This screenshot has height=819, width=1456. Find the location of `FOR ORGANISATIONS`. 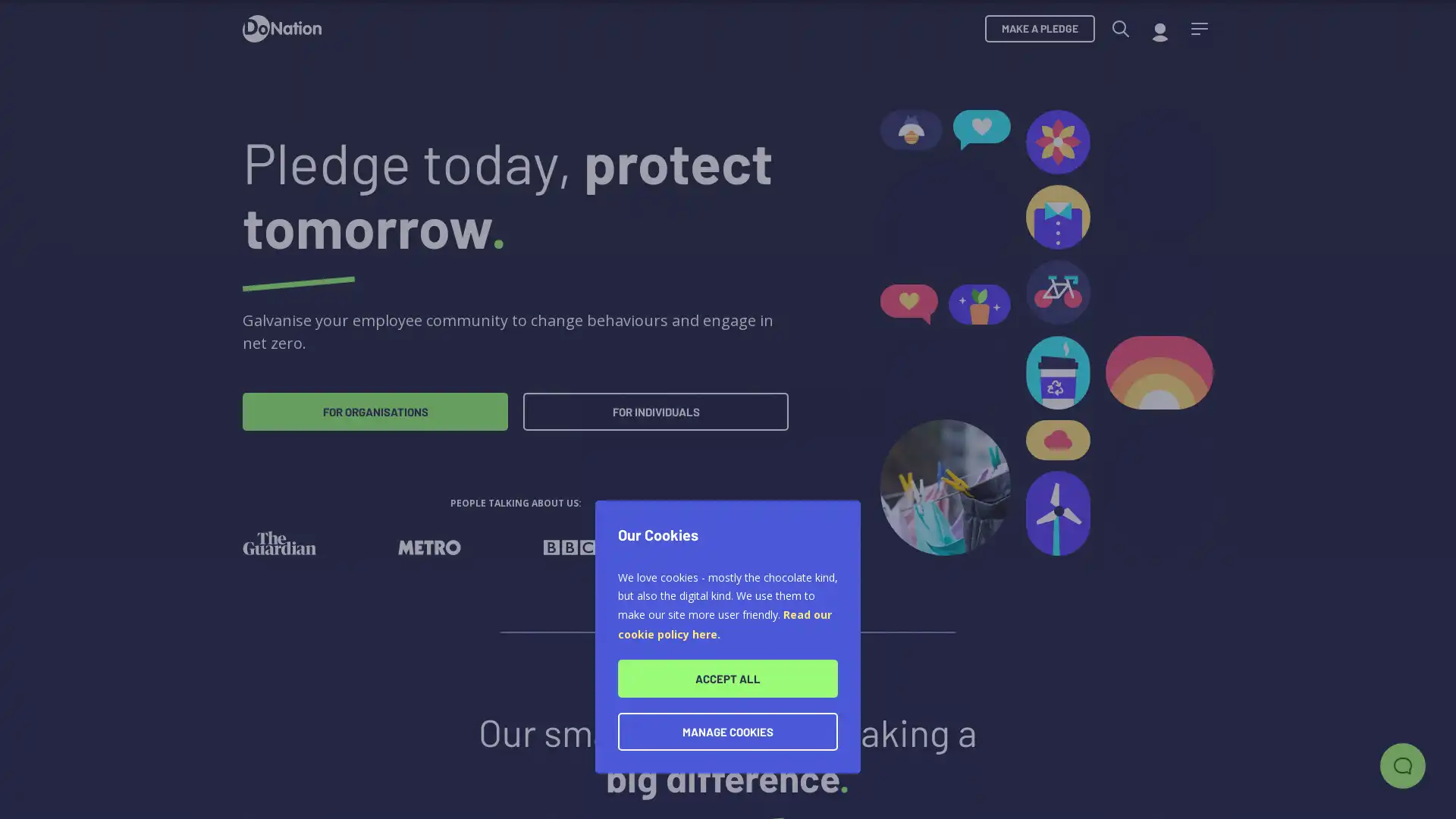

FOR ORGANISATIONS is located at coordinates (375, 412).